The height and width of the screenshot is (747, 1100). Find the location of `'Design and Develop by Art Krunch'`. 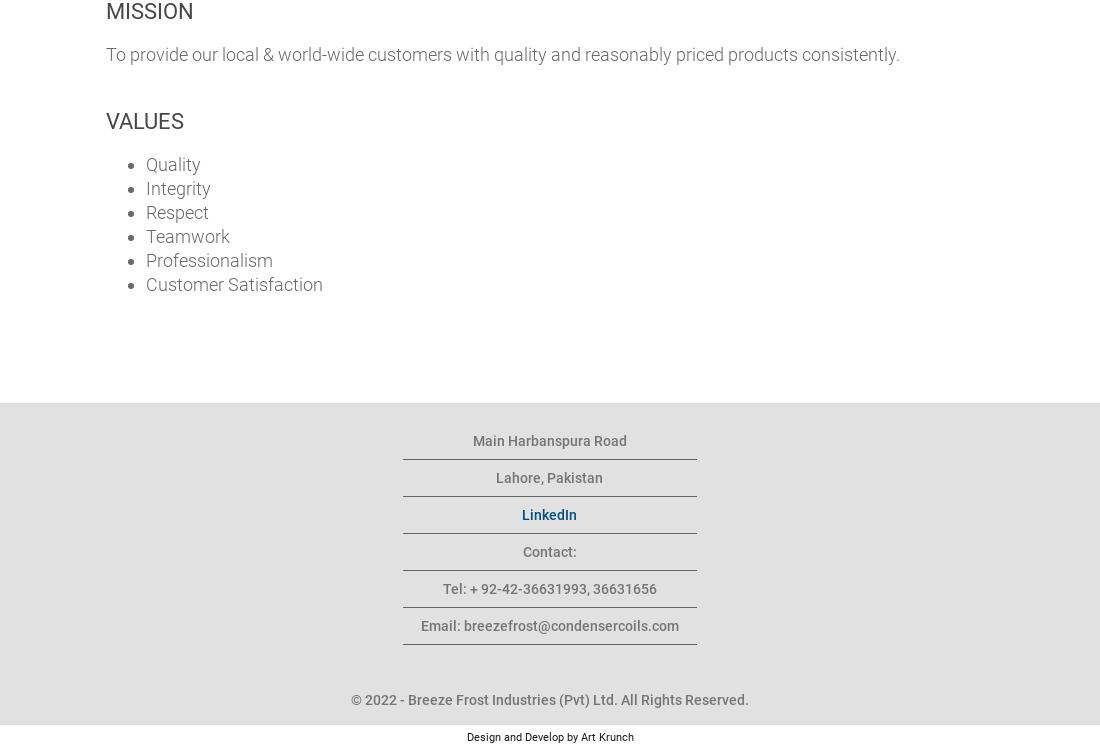

'Design and Develop by Art Krunch' is located at coordinates (549, 736).